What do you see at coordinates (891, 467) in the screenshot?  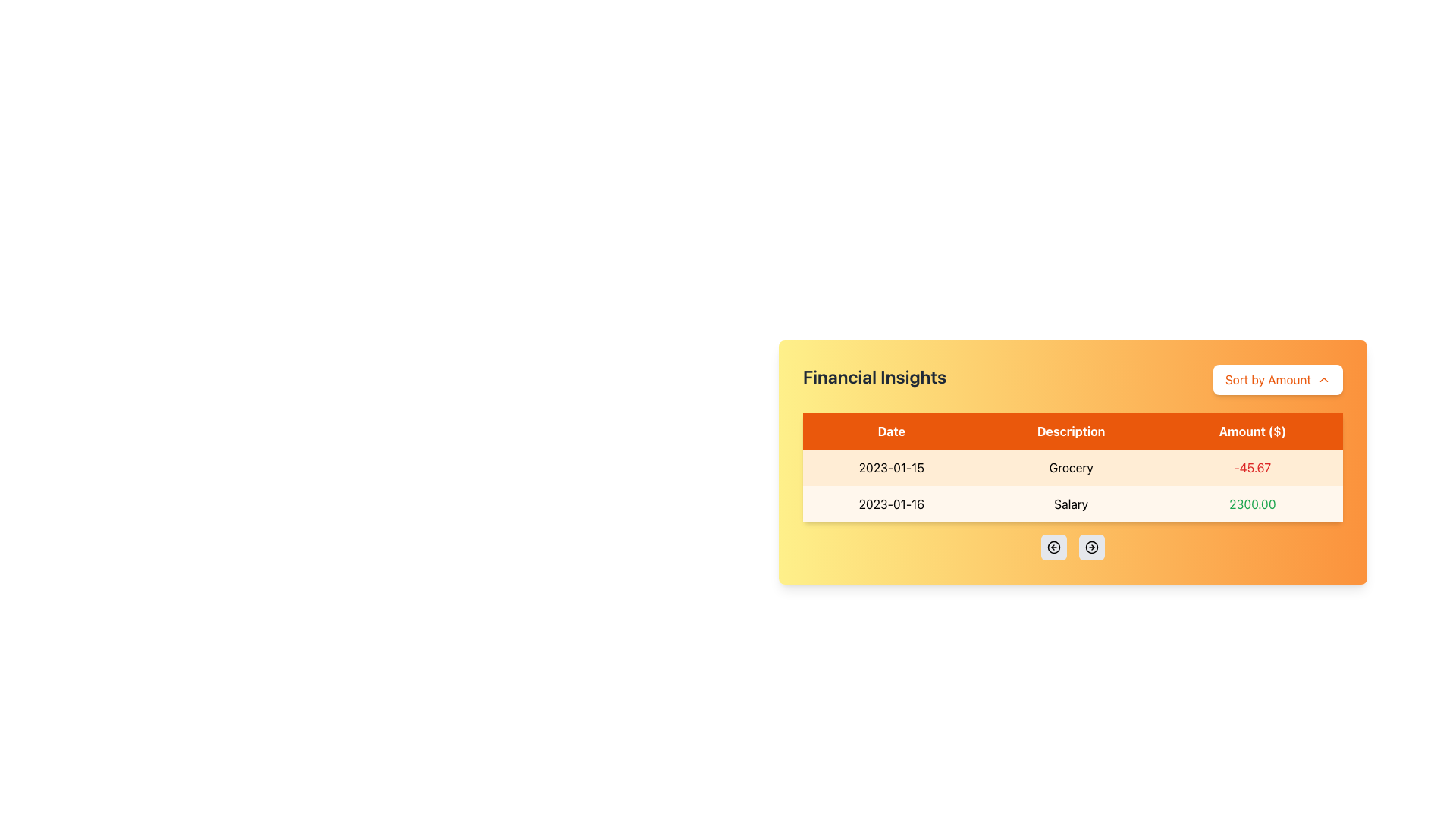 I see `the text element displaying '2023-01-15' in the 'Date' column of the table, which is styled in bold black sans-serif font on a light orange background` at bounding box center [891, 467].